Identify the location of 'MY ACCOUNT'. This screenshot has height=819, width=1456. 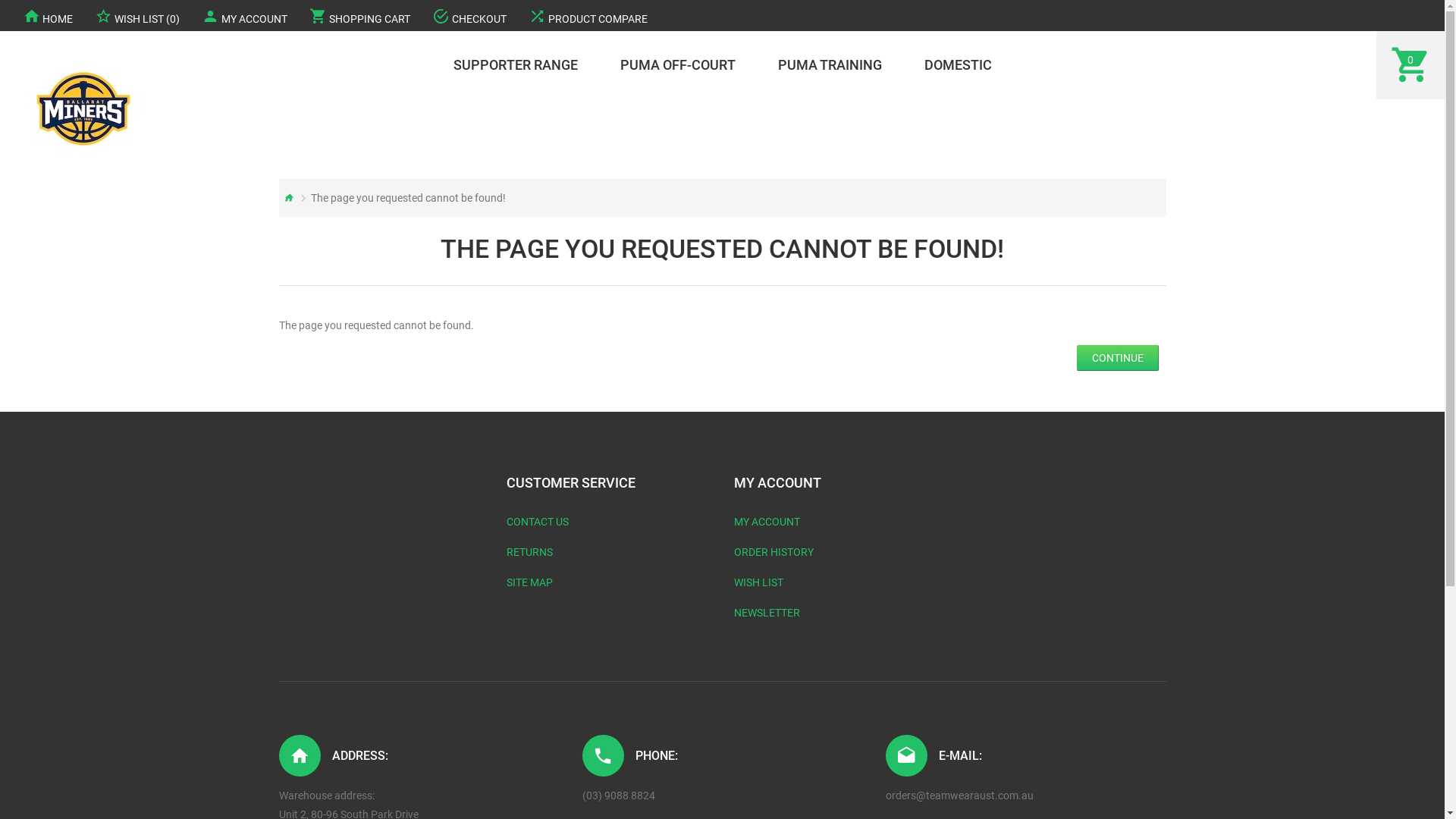
(244, 15).